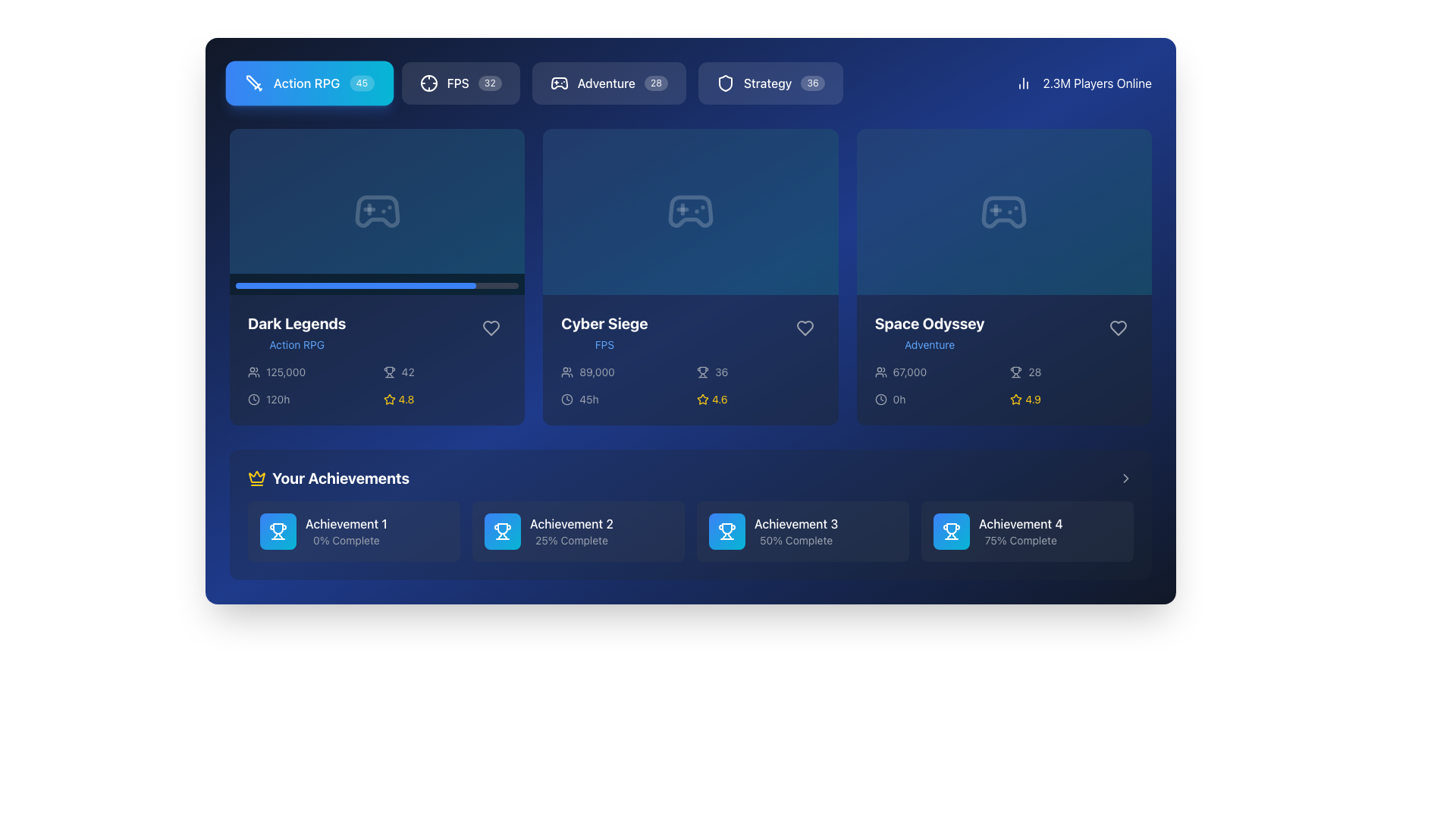 This screenshot has height=819, width=1456. I want to click on the stylized game controller icon located in the top-right area of the 'Space Odyssey' game card, so click(1004, 212).